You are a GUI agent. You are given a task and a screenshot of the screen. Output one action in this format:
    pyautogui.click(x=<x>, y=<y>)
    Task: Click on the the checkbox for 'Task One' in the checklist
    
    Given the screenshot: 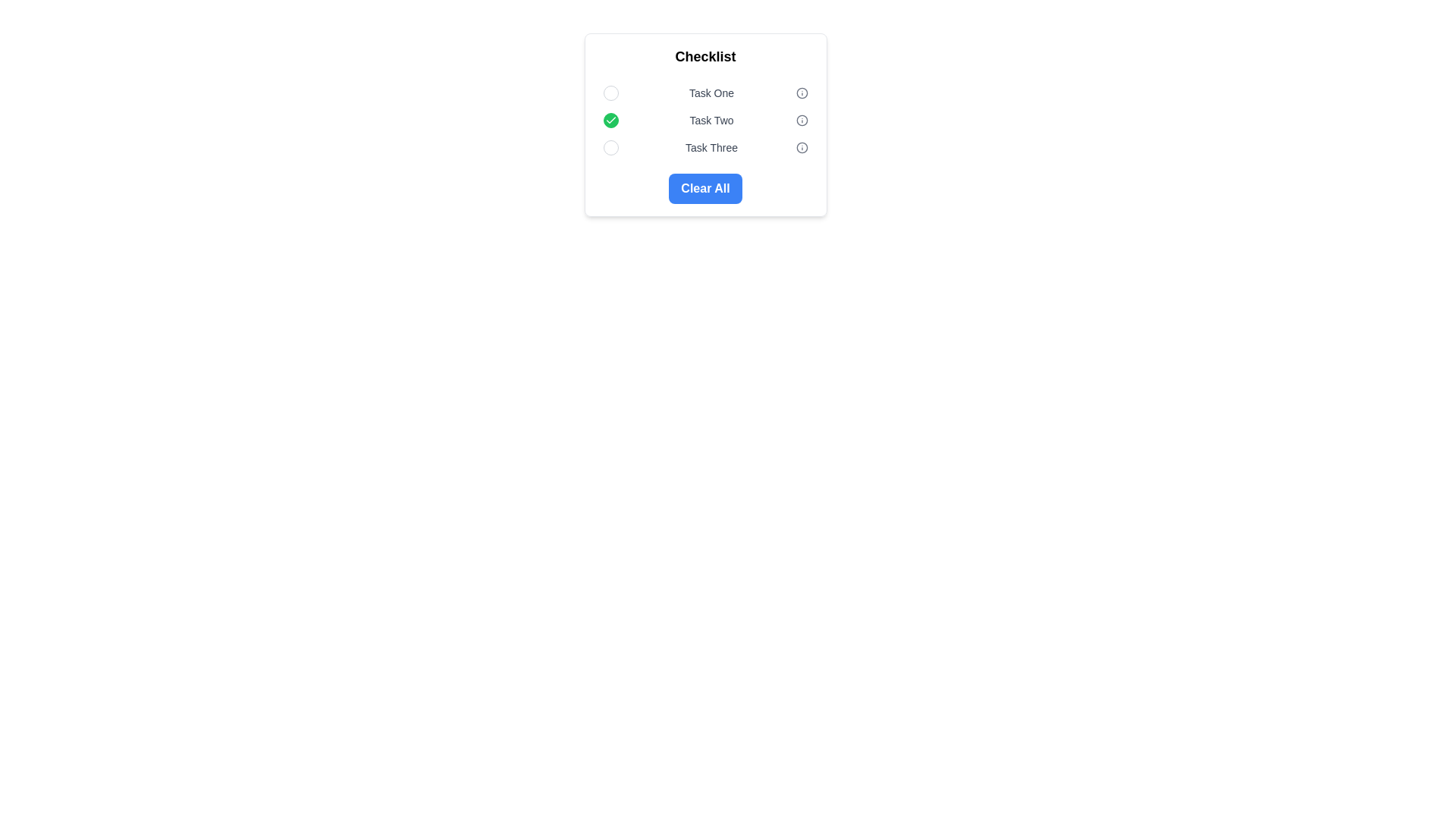 What is the action you would take?
    pyautogui.click(x=610, y=93)
    